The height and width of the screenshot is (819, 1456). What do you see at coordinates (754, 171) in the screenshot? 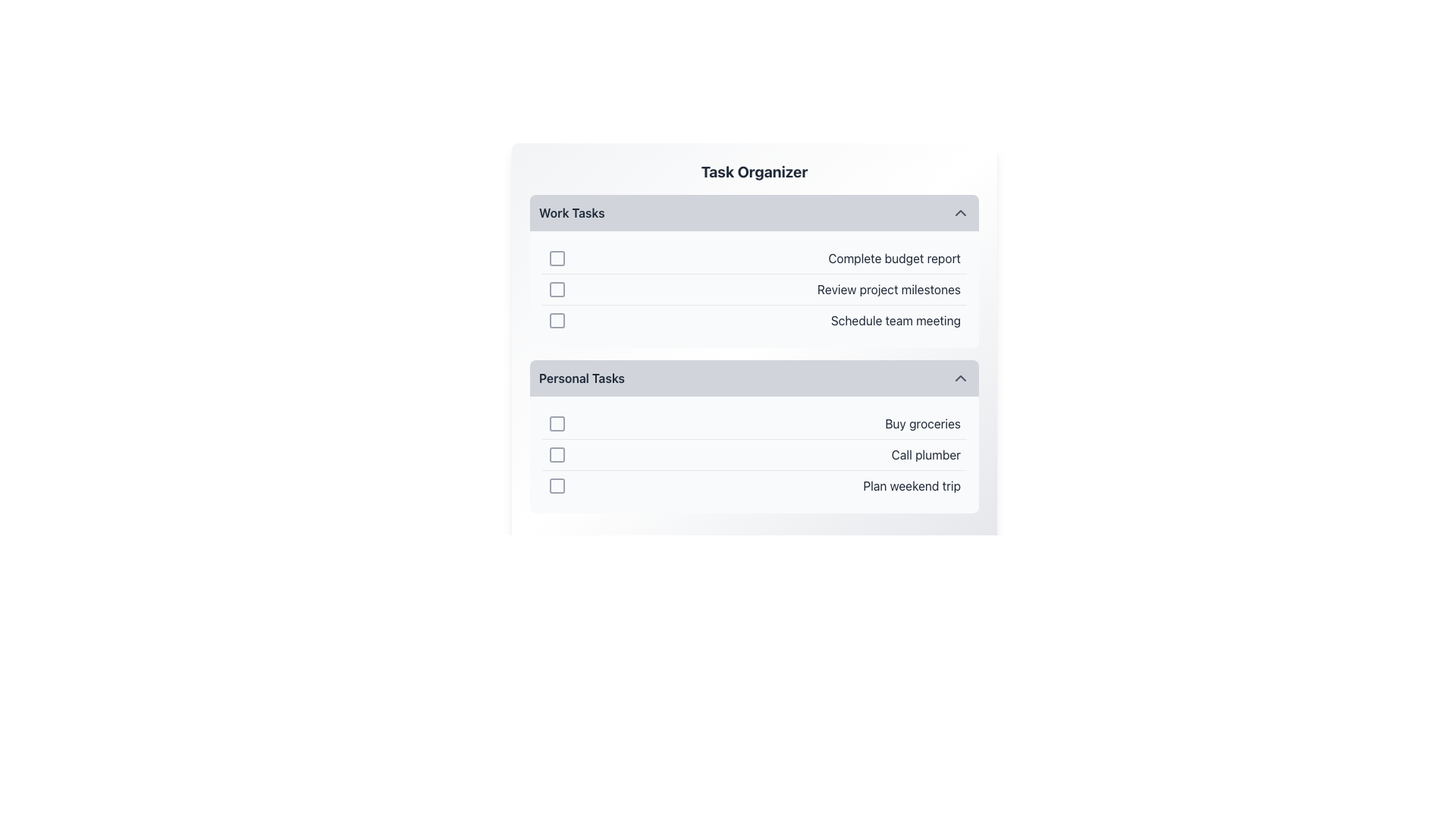
I see `text from the bold headline labeled 'Task Organizer', which is centrally positioned at the top of the card-like component` at bounding box center [754, 171].